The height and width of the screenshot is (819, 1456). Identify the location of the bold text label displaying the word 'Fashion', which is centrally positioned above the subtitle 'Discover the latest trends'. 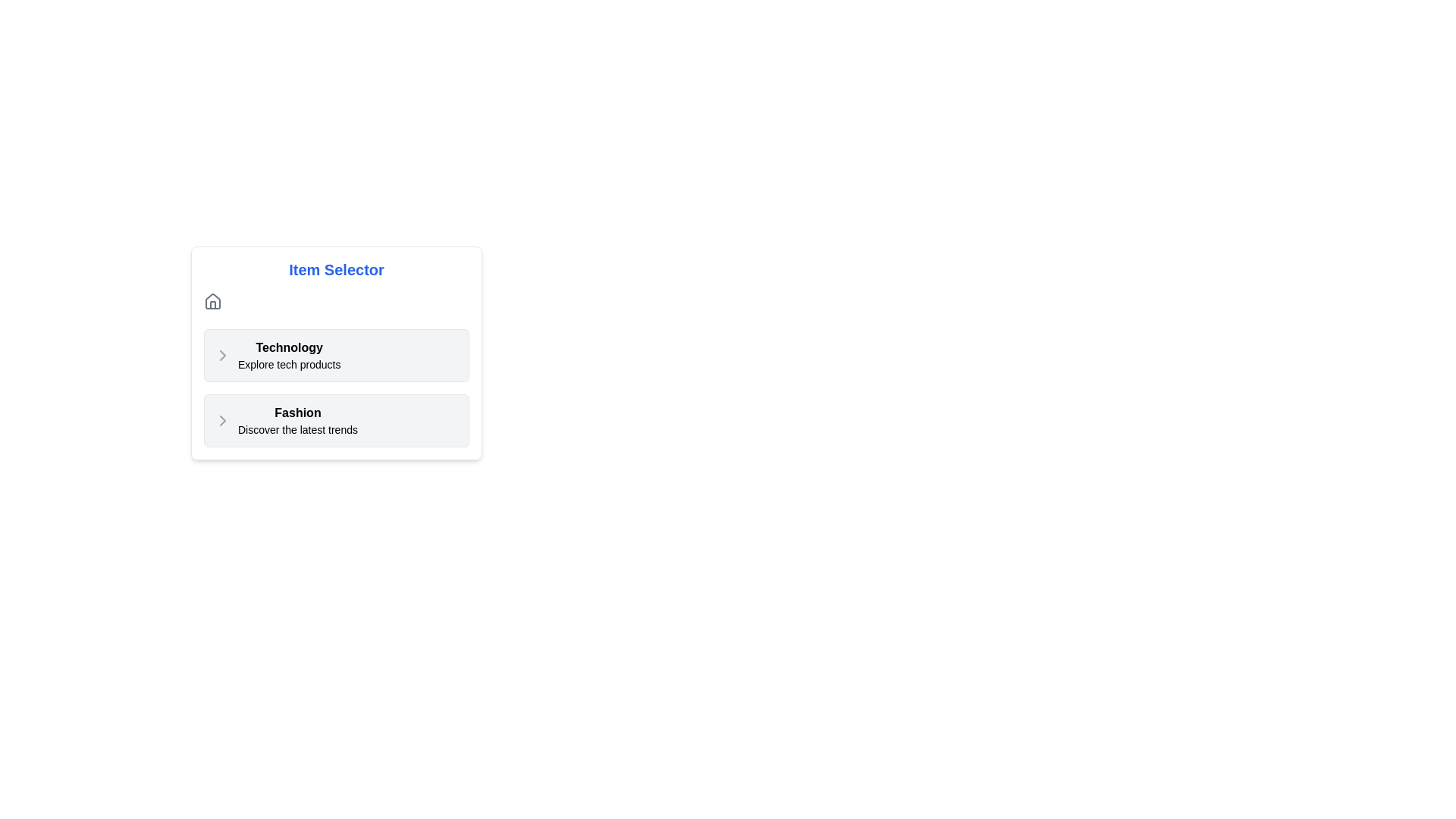
(298, 413).